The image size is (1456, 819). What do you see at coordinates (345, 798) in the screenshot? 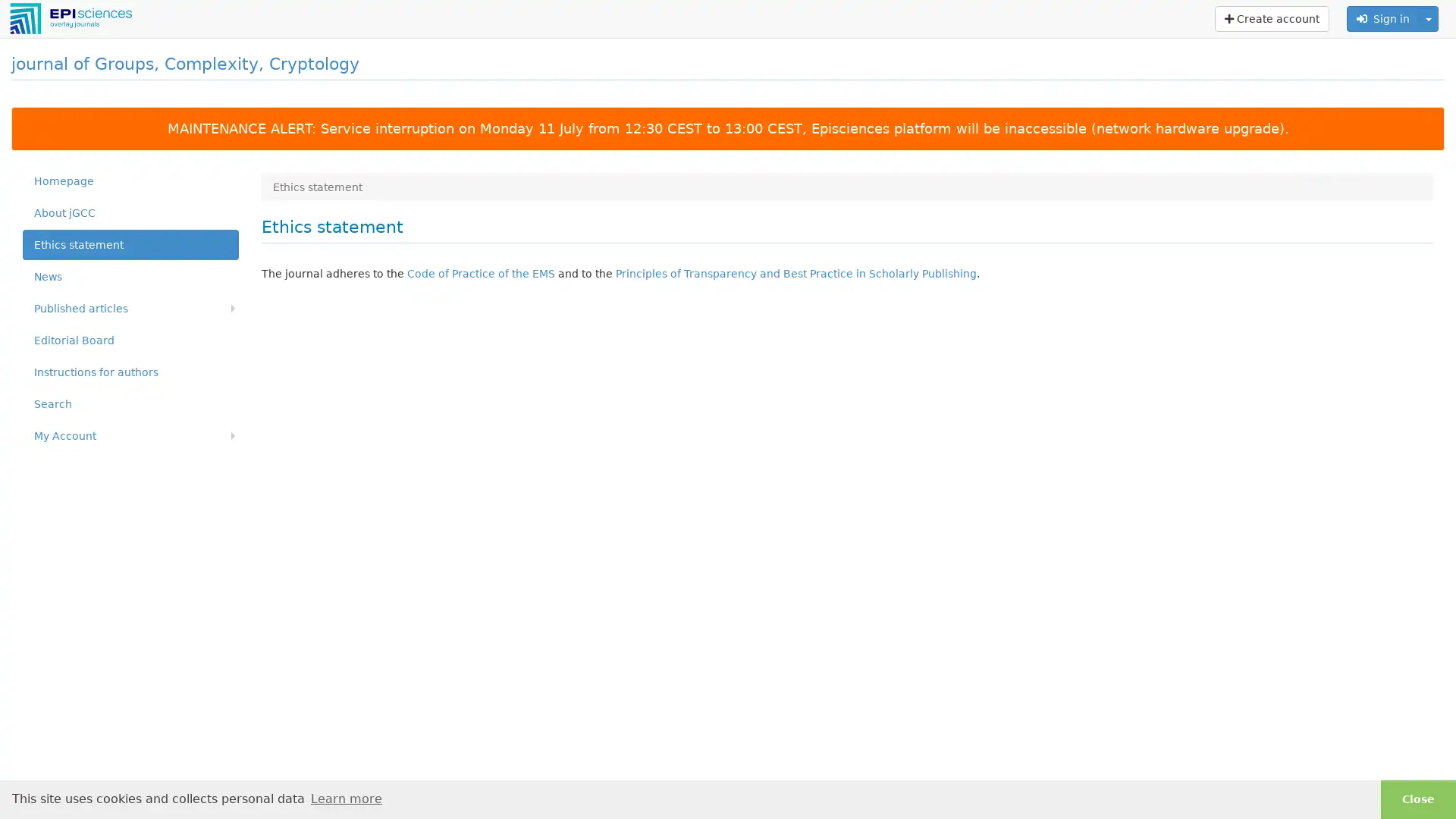
I see `learn more about cookies` at bounding box center [345, 798].